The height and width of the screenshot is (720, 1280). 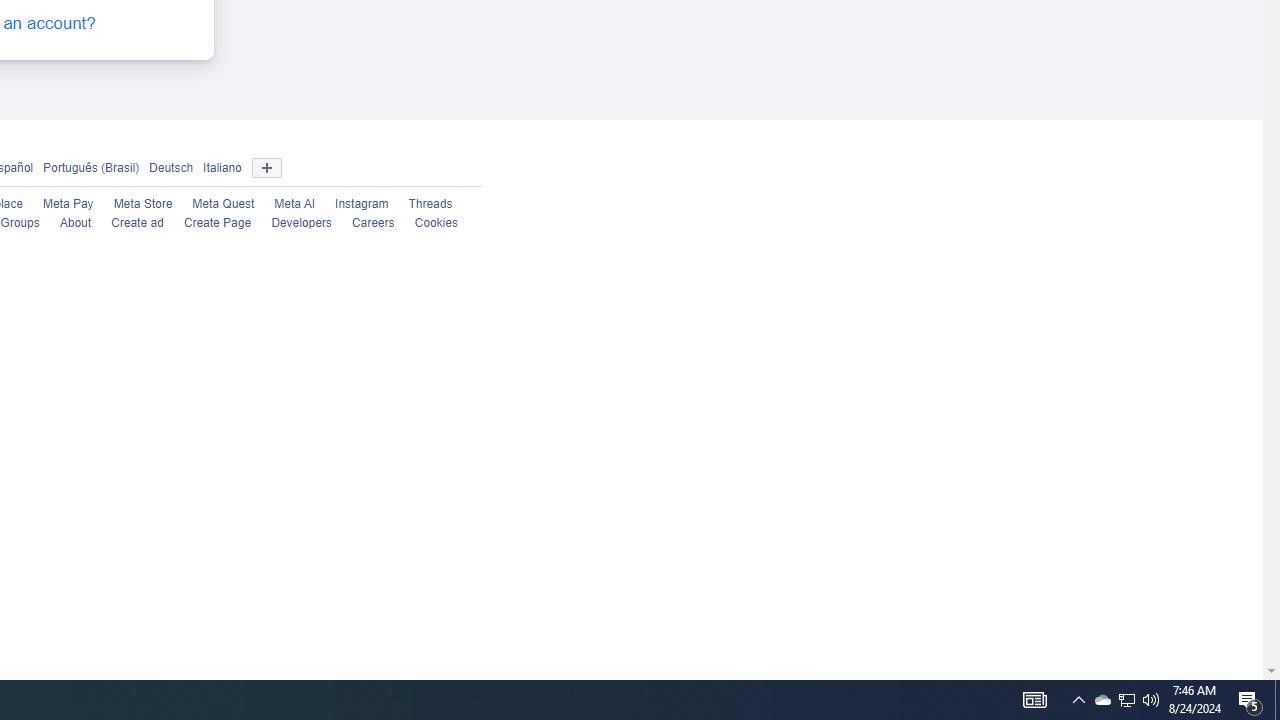 What do you see at coordinates (136, 223) in the screenshot?
I see `'Create ad'` at bounding box center [136, 223].